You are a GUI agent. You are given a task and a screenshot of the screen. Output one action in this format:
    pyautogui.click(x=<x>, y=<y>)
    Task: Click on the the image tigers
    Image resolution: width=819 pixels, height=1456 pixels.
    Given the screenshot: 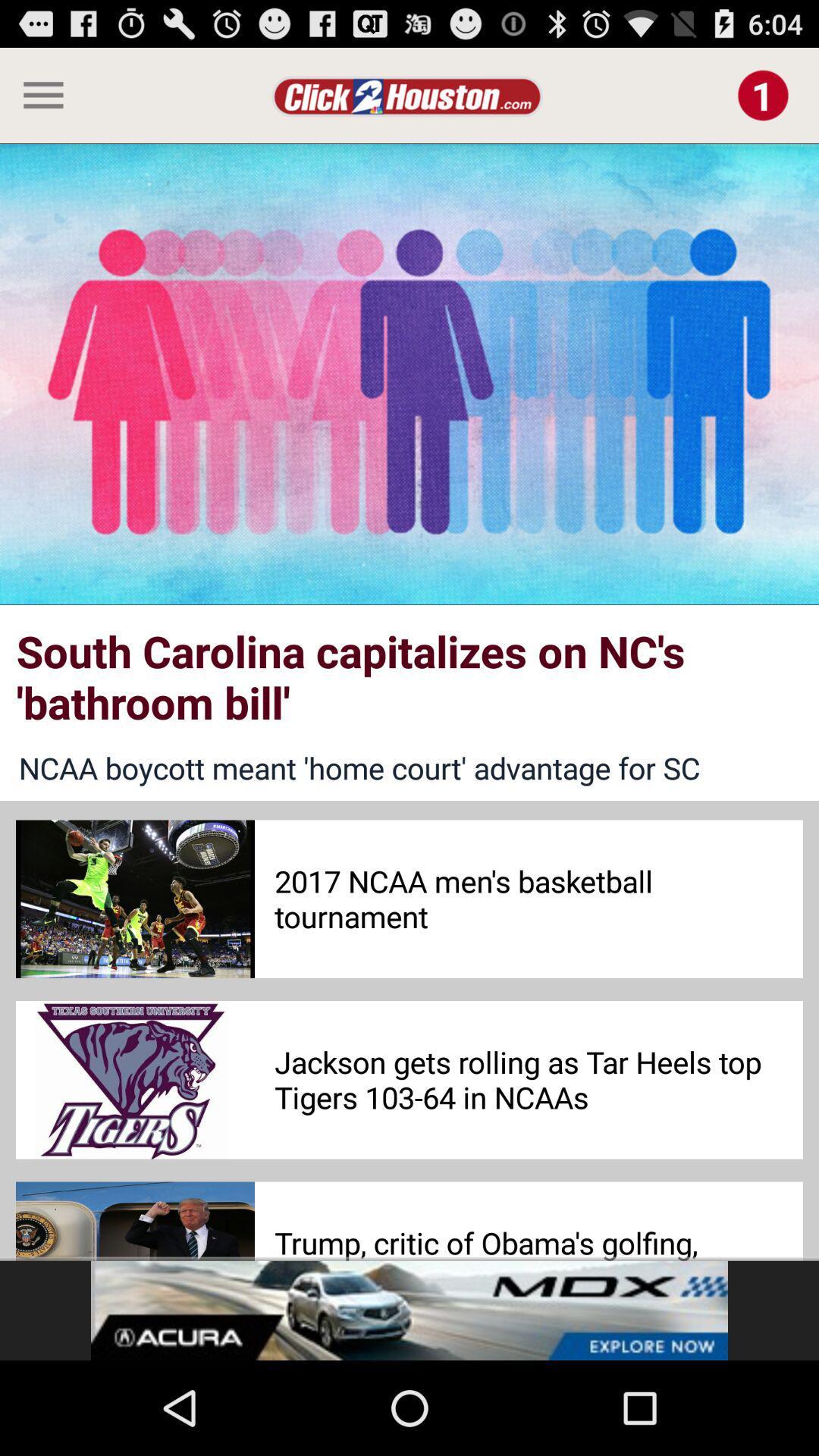 What is the action you would take?
    pyautogui.click(x=134, y=1079)
    